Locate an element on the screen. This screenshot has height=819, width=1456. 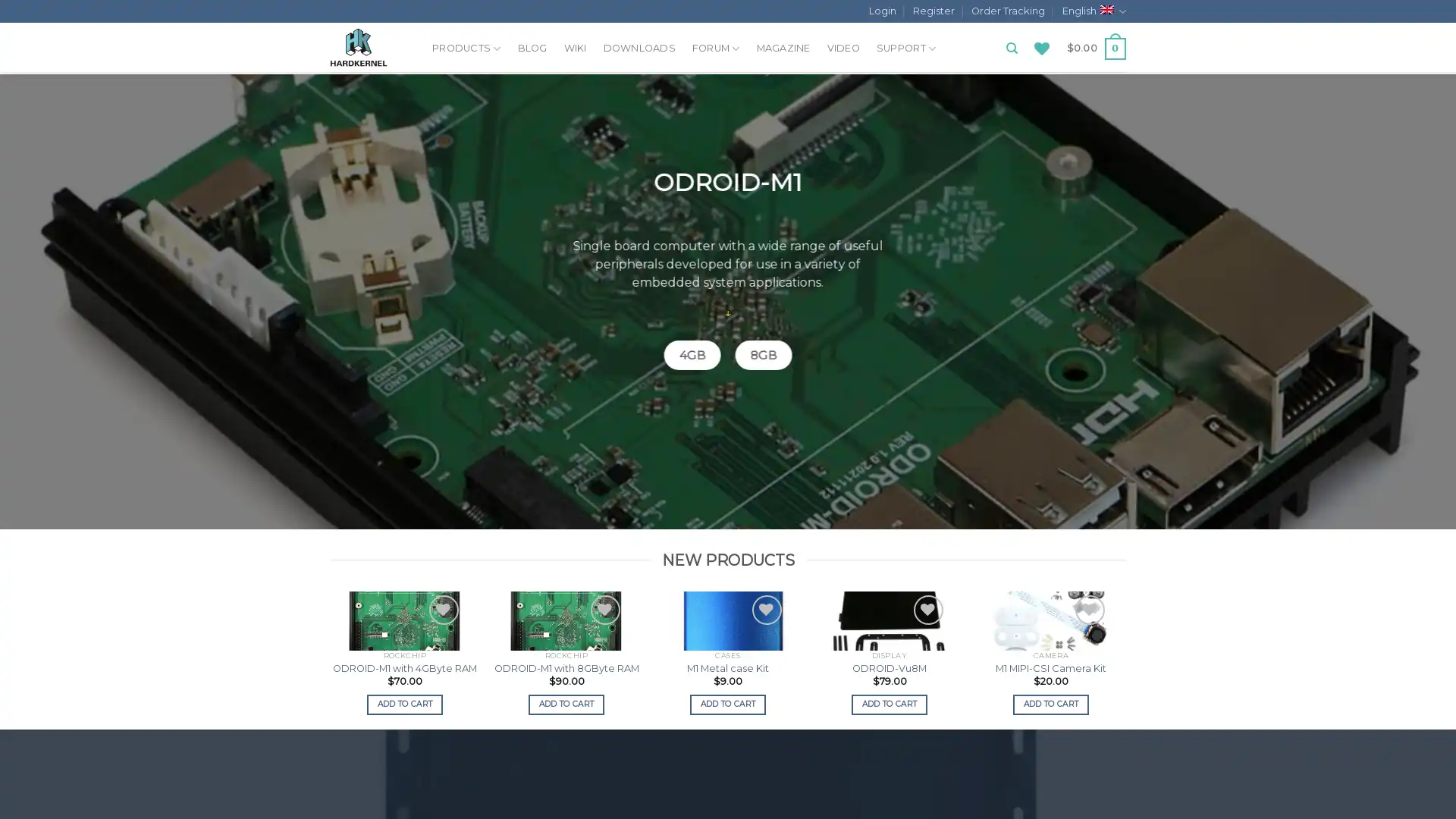
Wishlist is located at coordinates (604, 609).